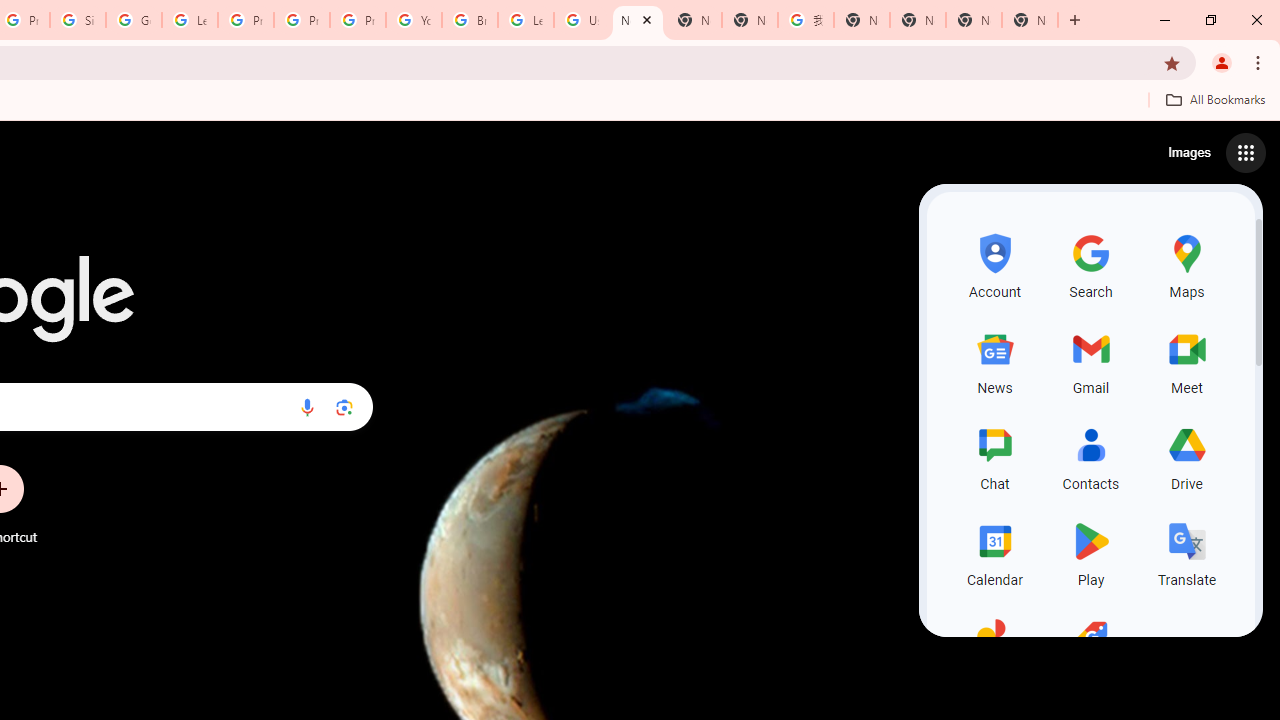 The image size is (1280, 720). Describe the element at coordinates (78, 20) in the screenshot. I see `'Sign in - Google Accounts'` at that location.